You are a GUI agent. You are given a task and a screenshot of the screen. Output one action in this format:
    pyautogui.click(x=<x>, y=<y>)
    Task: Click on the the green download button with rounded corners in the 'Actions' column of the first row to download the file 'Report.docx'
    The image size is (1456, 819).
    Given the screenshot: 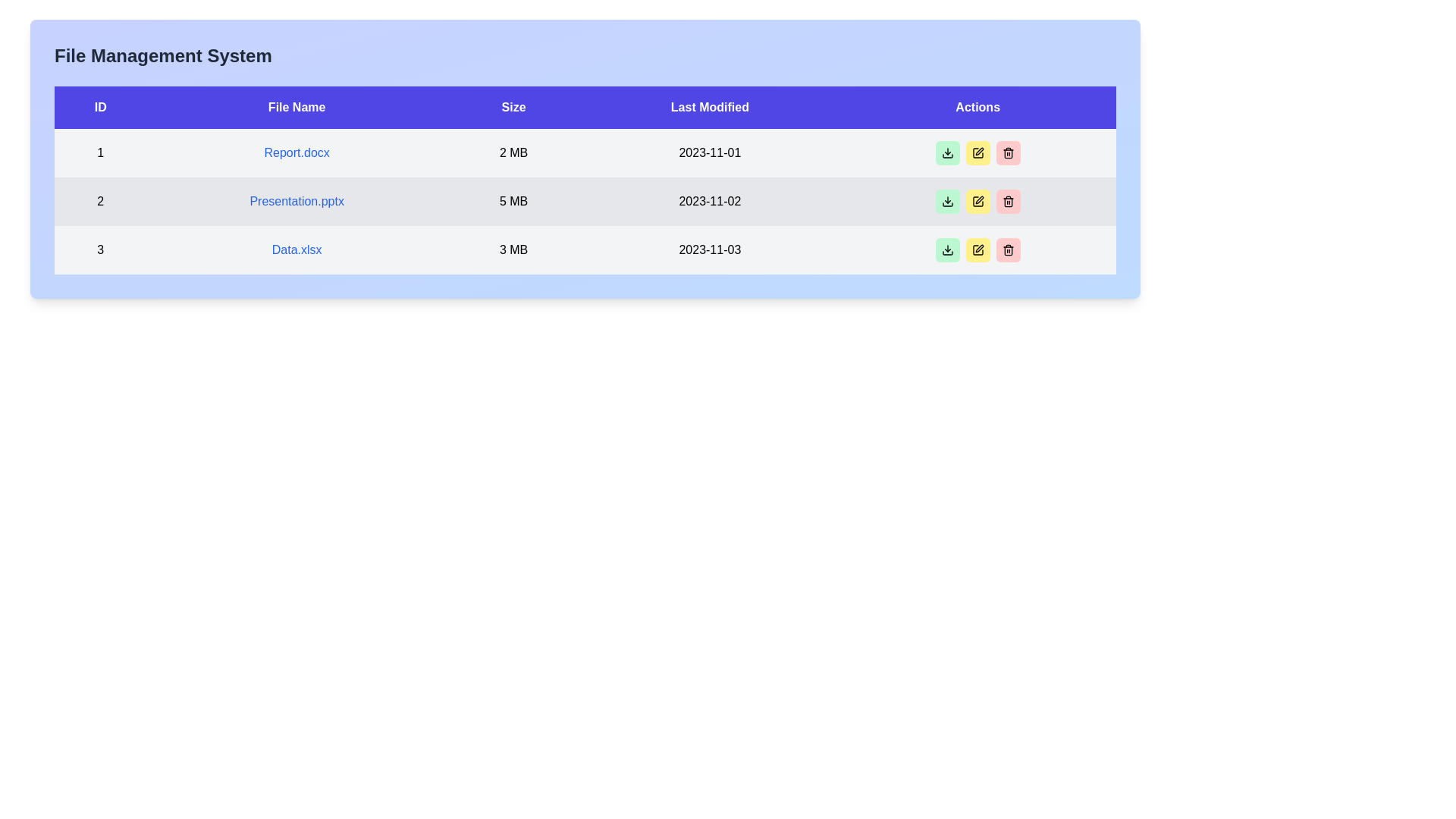 What is the action you would take?
    pyautogui.click(x=946, y=152)
    